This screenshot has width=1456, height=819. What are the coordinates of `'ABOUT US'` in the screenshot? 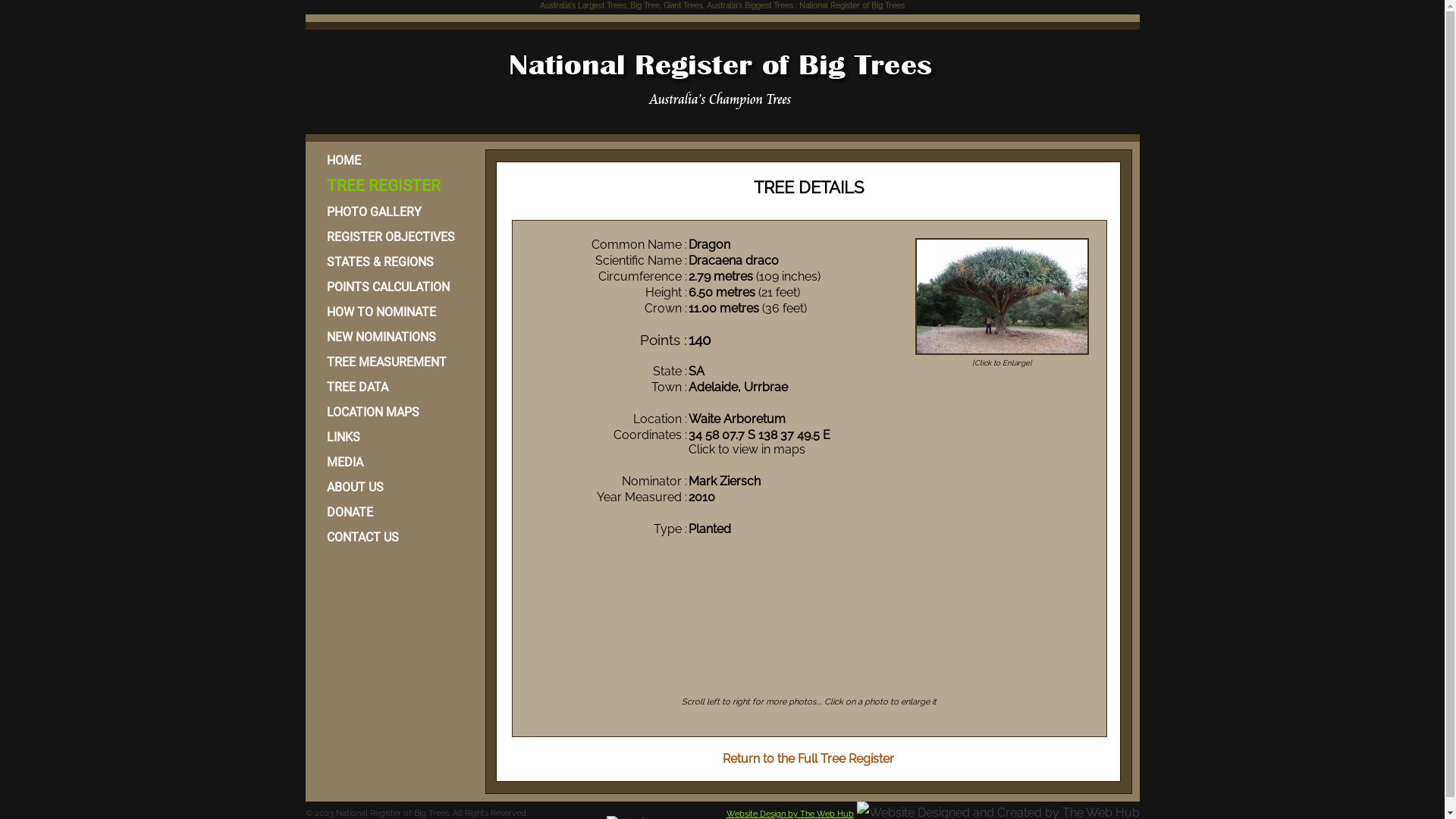 It's located at (393, 487).